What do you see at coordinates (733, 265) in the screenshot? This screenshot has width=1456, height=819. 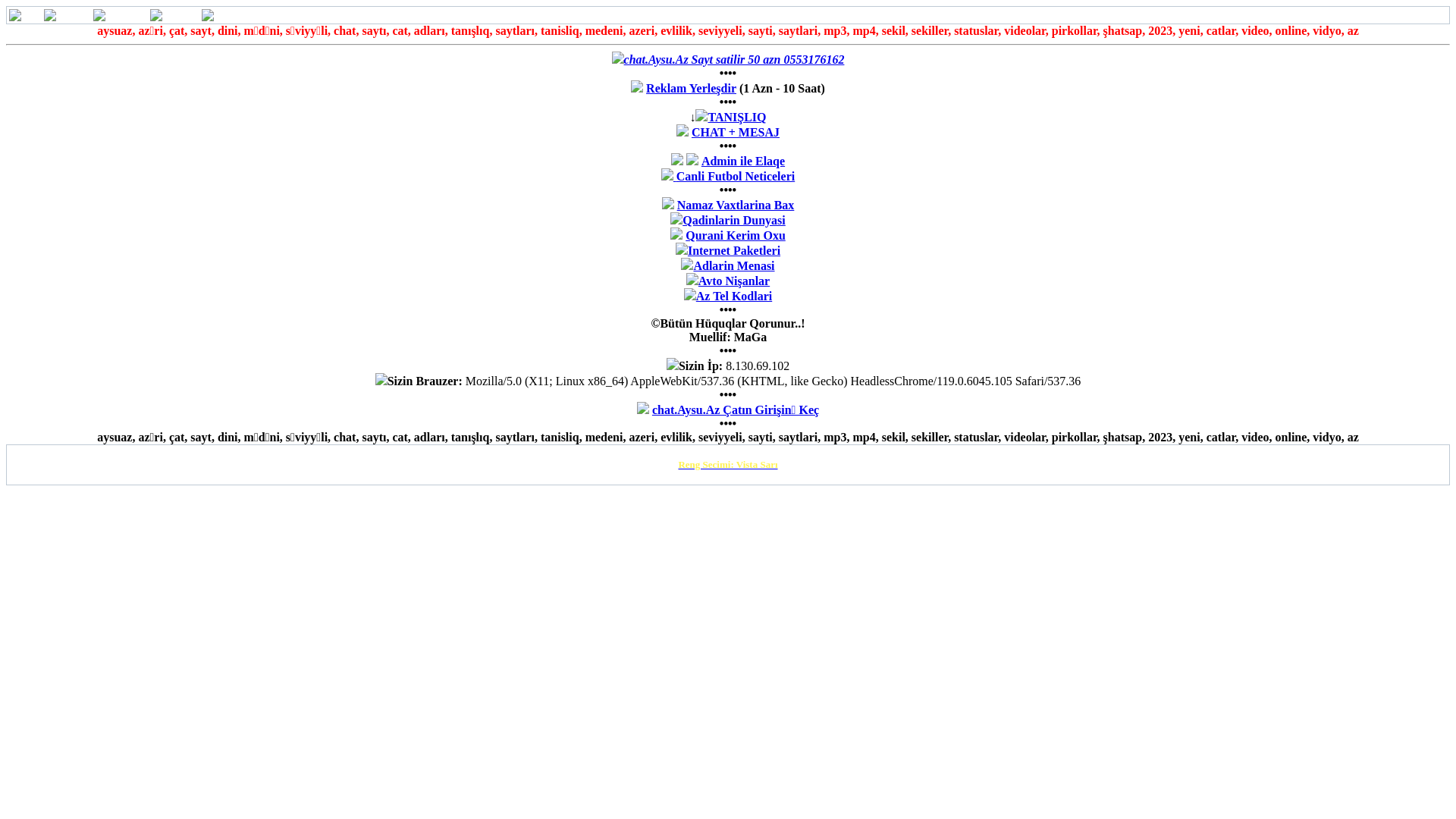 I see `'Adlarin Menasi'` at bounding box center [733, 265].